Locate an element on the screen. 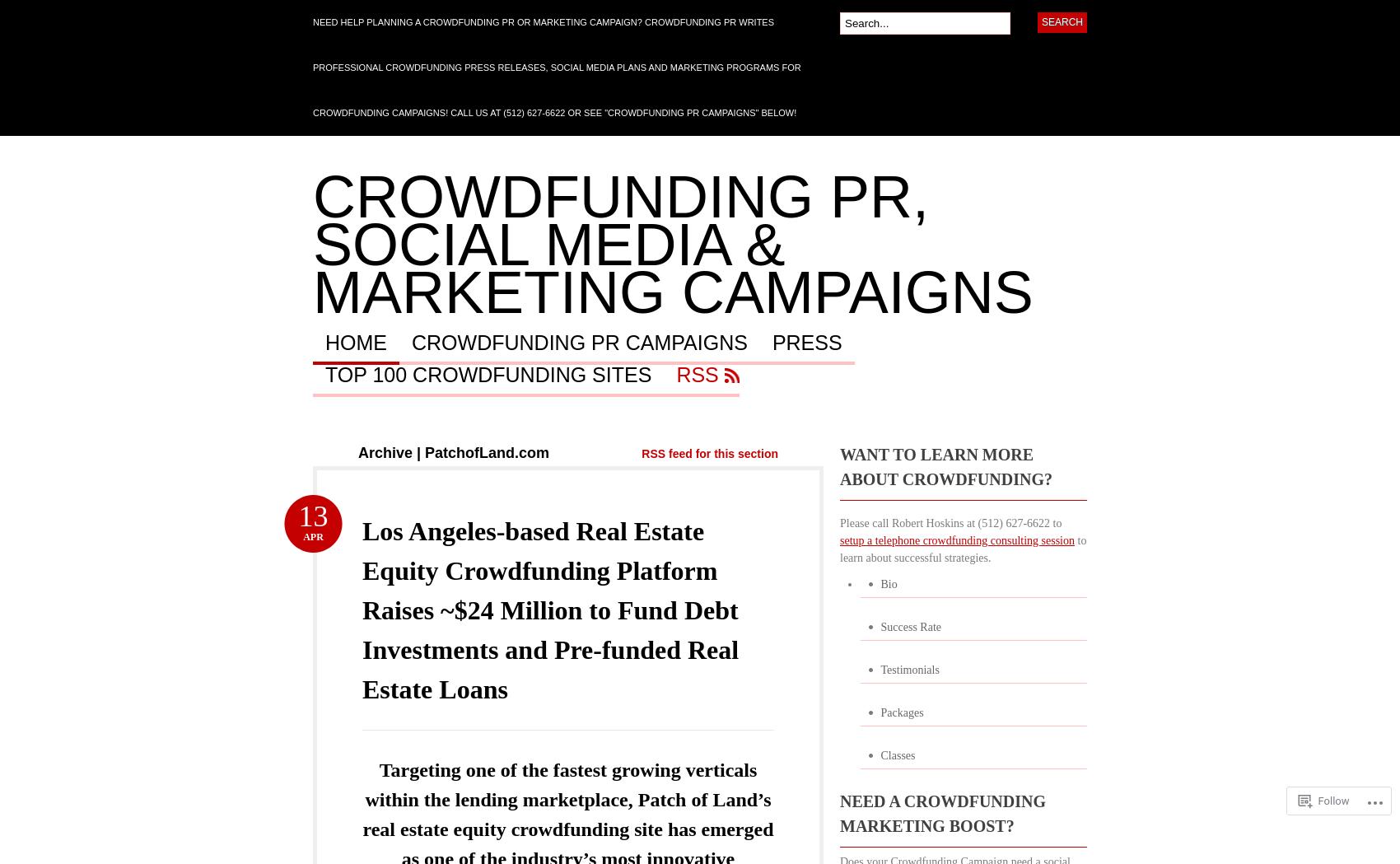 The height and width of the screenshot is (864, 1400). '13' is located at coordinates (311, 516).